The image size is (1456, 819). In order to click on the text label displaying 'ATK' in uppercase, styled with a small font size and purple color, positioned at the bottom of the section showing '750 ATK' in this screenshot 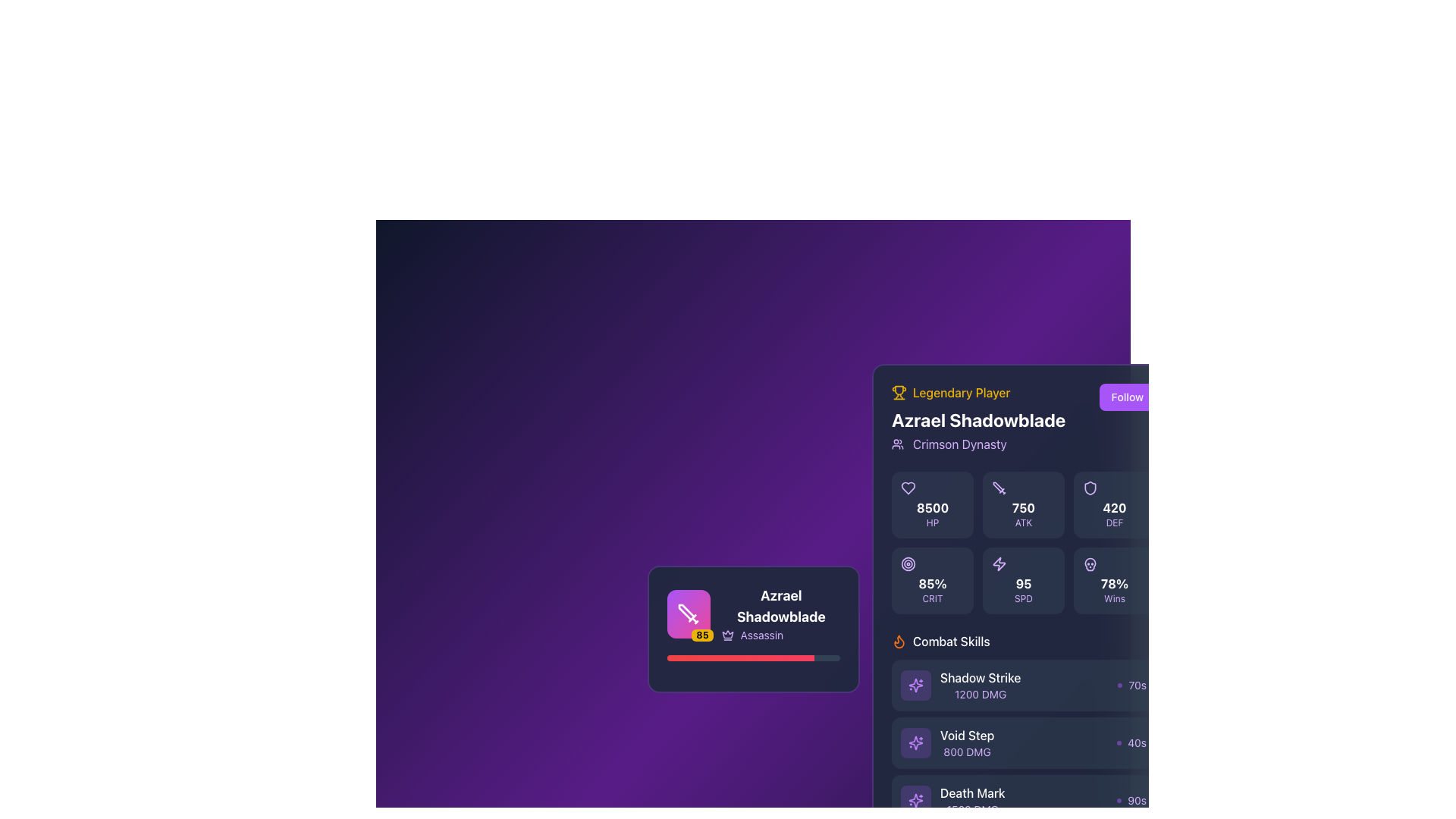, I will do `click(1023, 522)`.